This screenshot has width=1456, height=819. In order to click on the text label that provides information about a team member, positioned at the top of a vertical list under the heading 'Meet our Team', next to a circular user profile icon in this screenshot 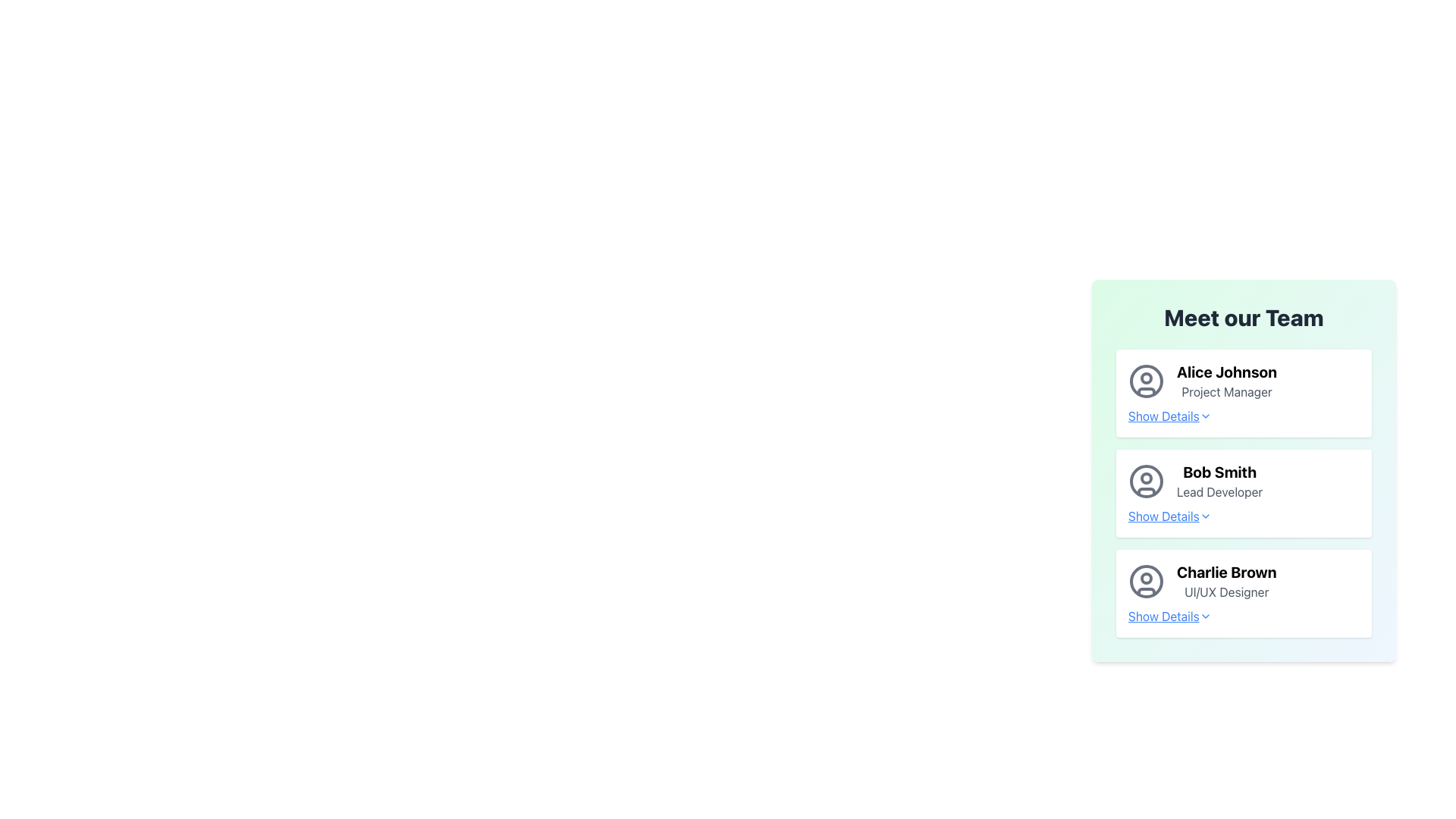, I will do `click(1226, 380)`.